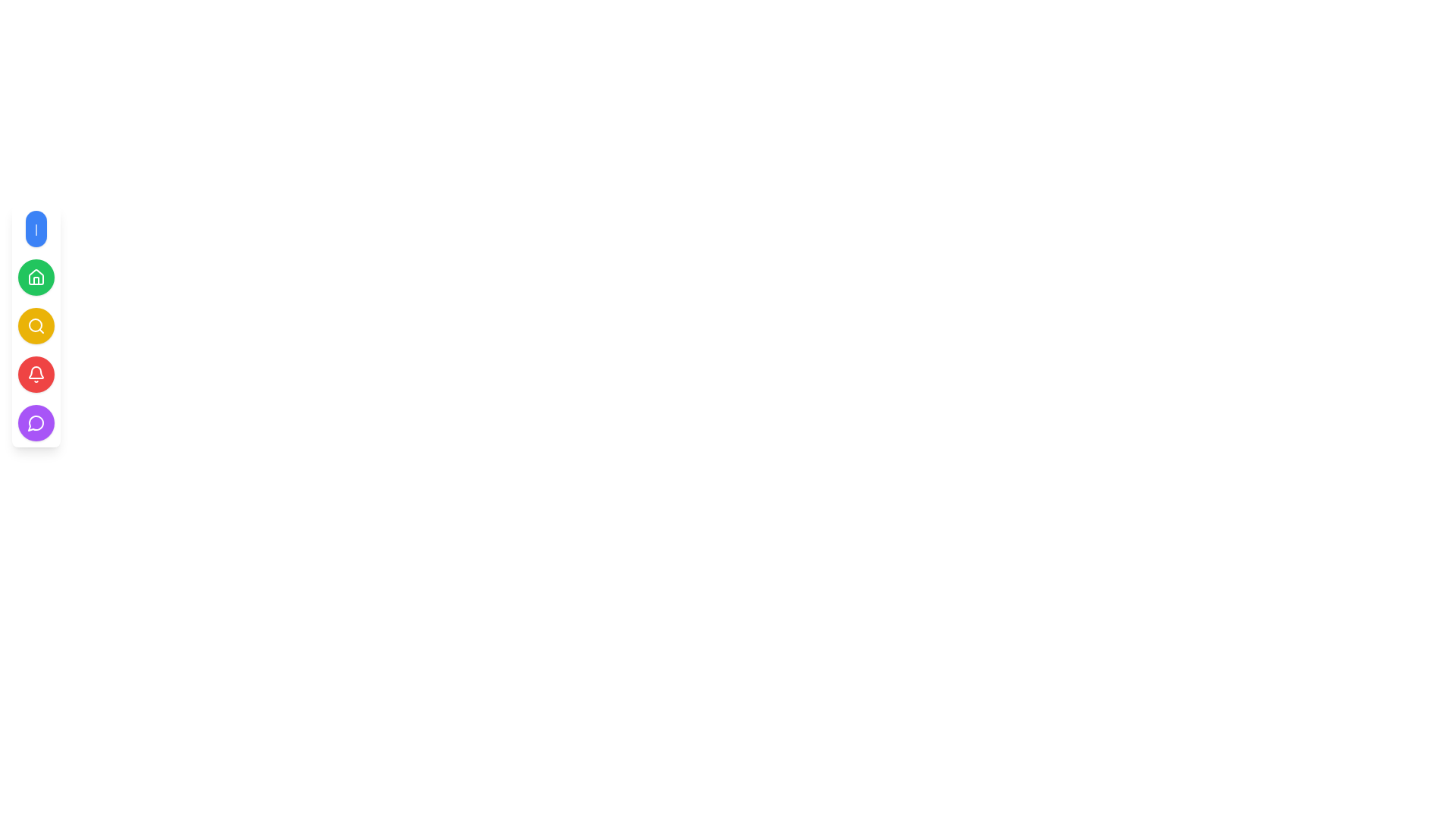  Describe the element at coordinates (36, 278) in the screenshot. I see `the green circular button with a white house icon, which is the second button in a vertical stack of similar buttons` at that location.